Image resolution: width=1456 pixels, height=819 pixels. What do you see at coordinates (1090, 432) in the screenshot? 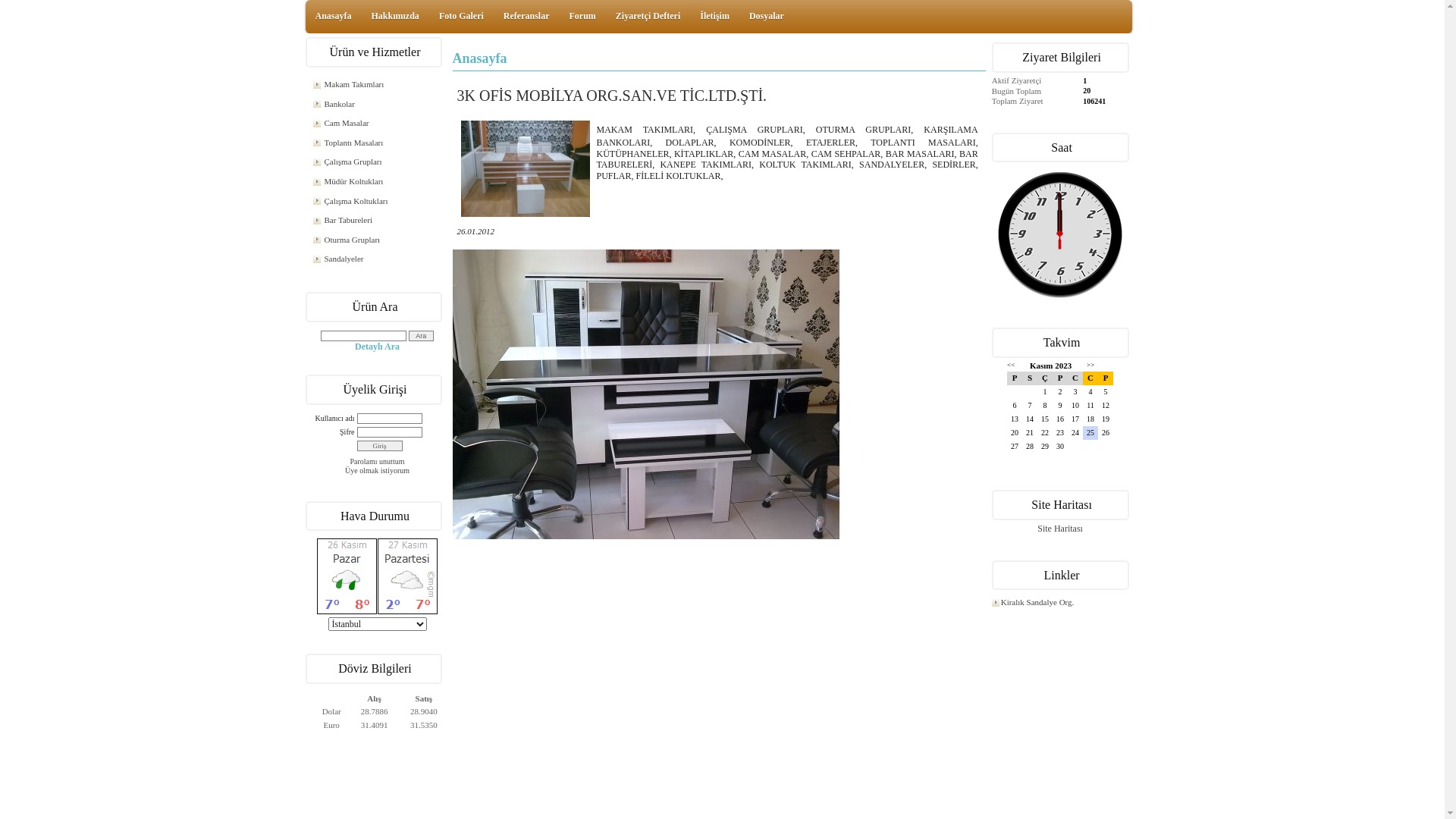
I see `'25'` at bounding box center [1090, 432].